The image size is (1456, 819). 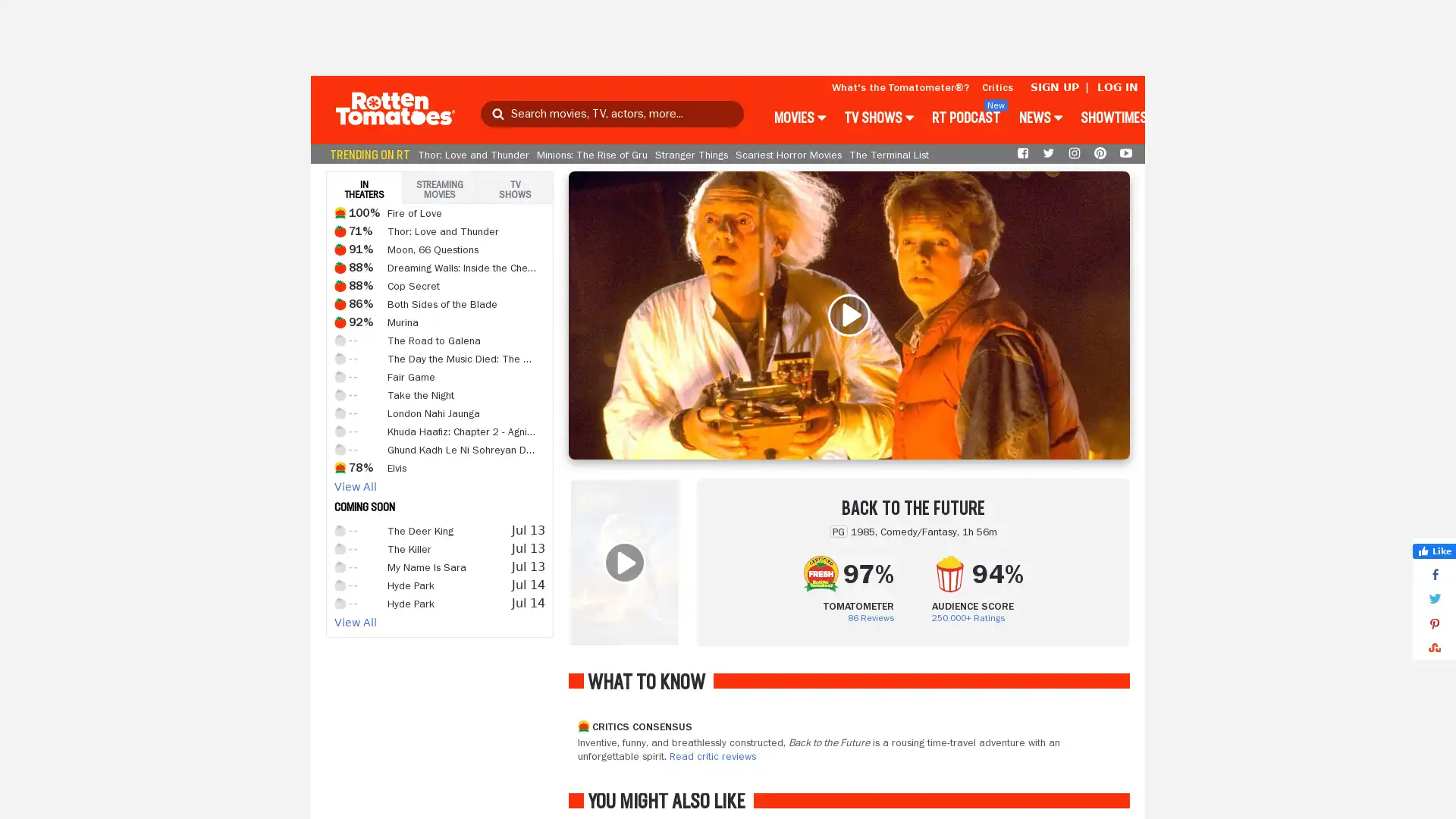 I want to click on IN THEATERS, so click(x=364, y=187).